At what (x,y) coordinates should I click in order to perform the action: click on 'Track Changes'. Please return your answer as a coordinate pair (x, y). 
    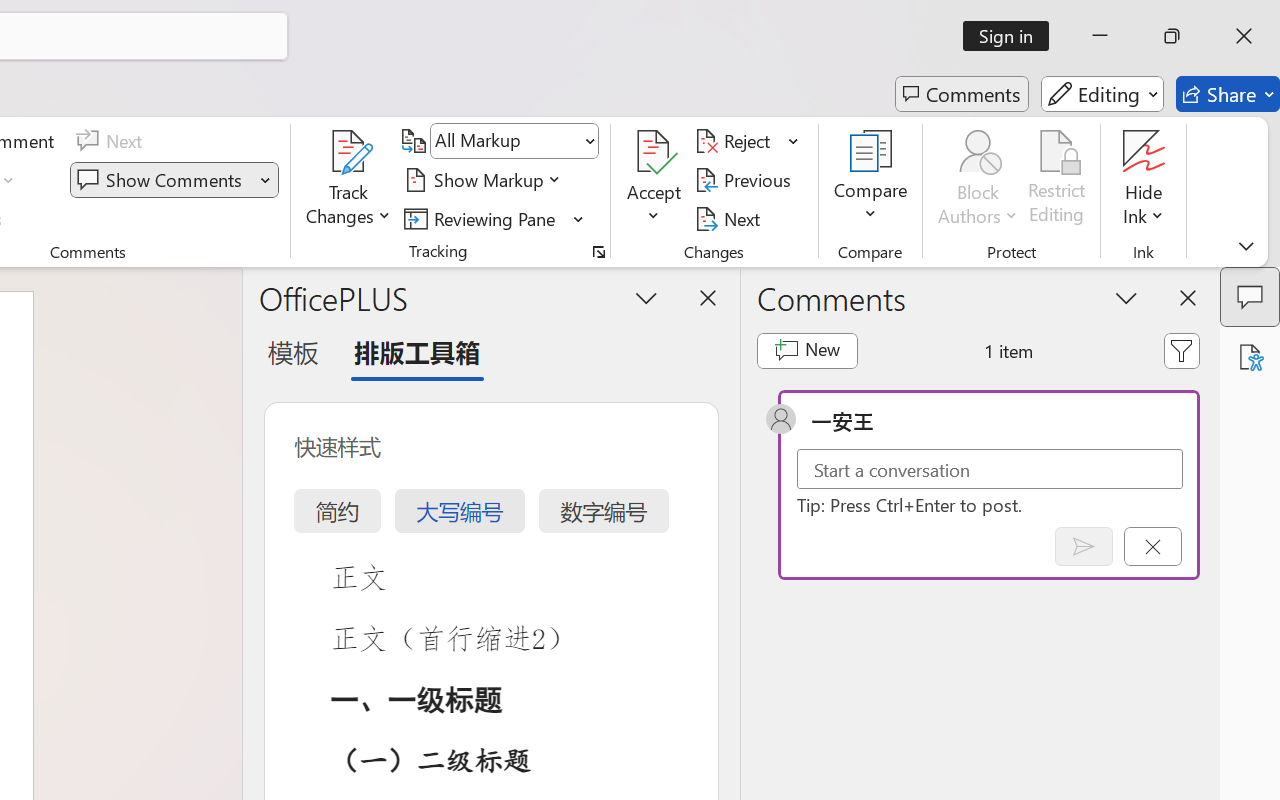
    Looking at the image, I should click on (349, 179).